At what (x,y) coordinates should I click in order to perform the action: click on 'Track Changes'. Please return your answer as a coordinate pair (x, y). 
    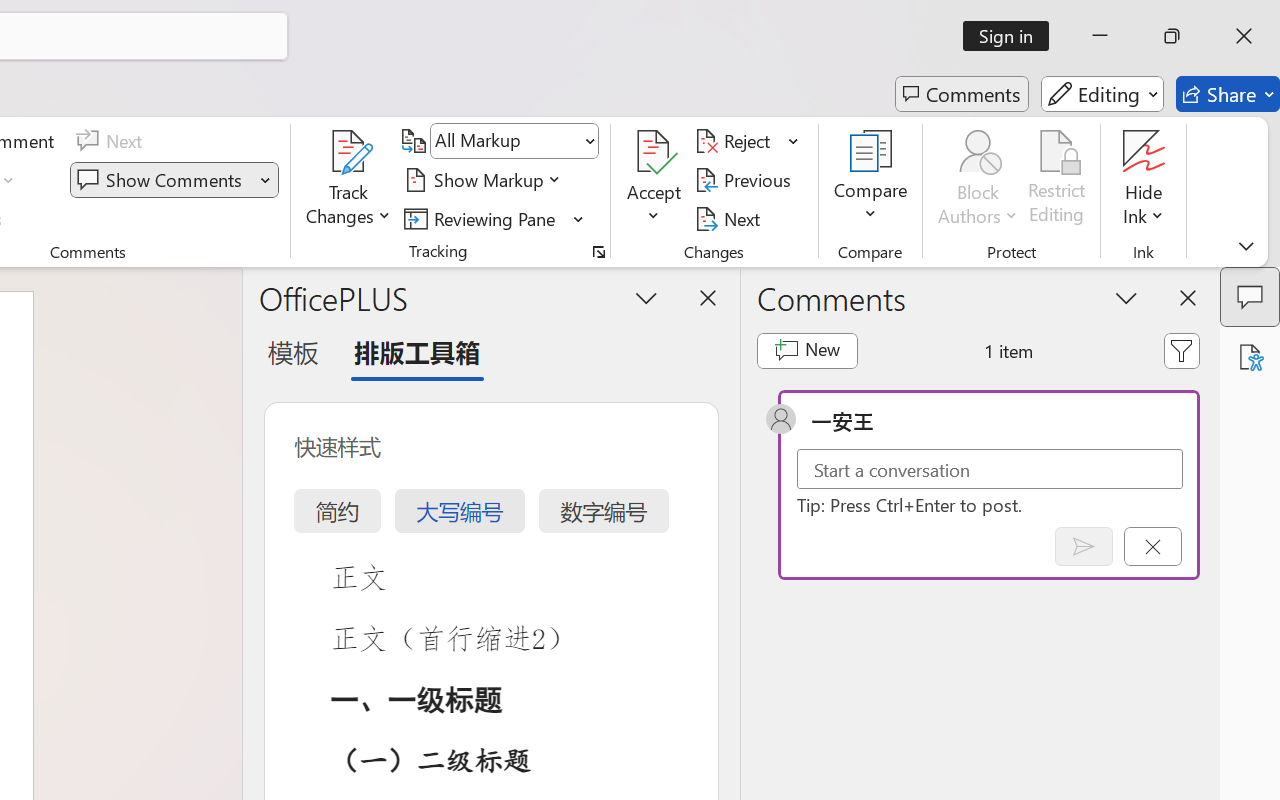
    Looking at the image, I should click on (349, 179).